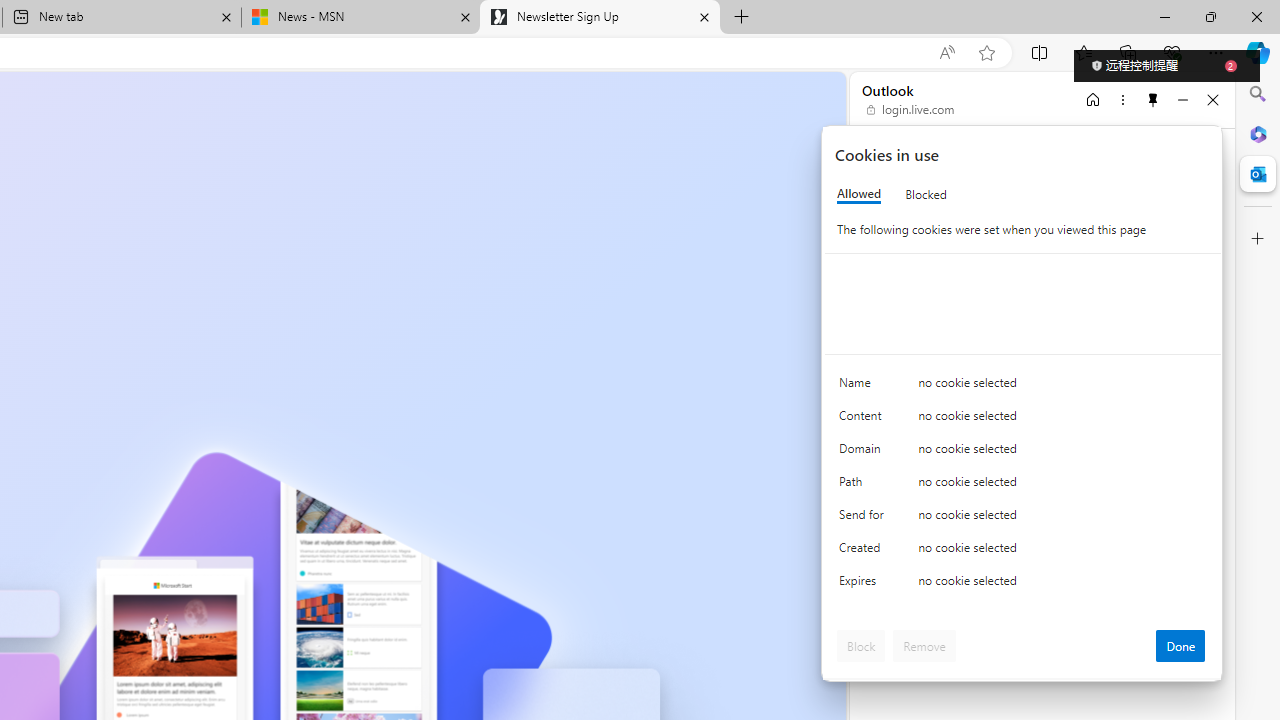 The image size is (1280, 720). What do you see at coordinates (865, 486) in the screenshot?
I see `'Path'` at bounding box center [865, 486].